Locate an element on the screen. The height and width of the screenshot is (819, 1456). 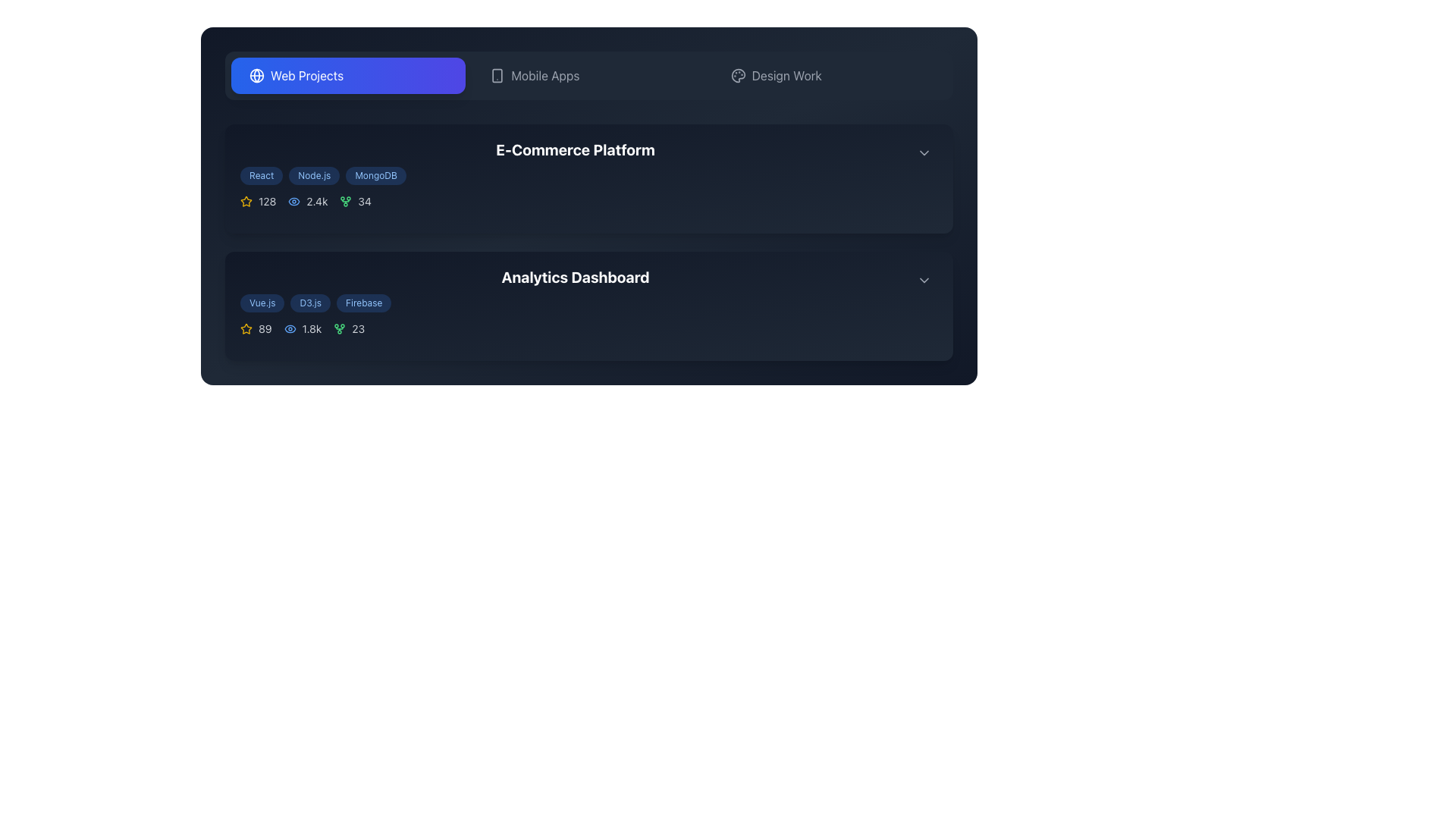
the second textual indicator displaying the numerical count for the 'E-Commerce Platform' section, which is non-interactive and located between a yellow star-text combo and a green branching icon-text pair is located at coordinates (307, 201).